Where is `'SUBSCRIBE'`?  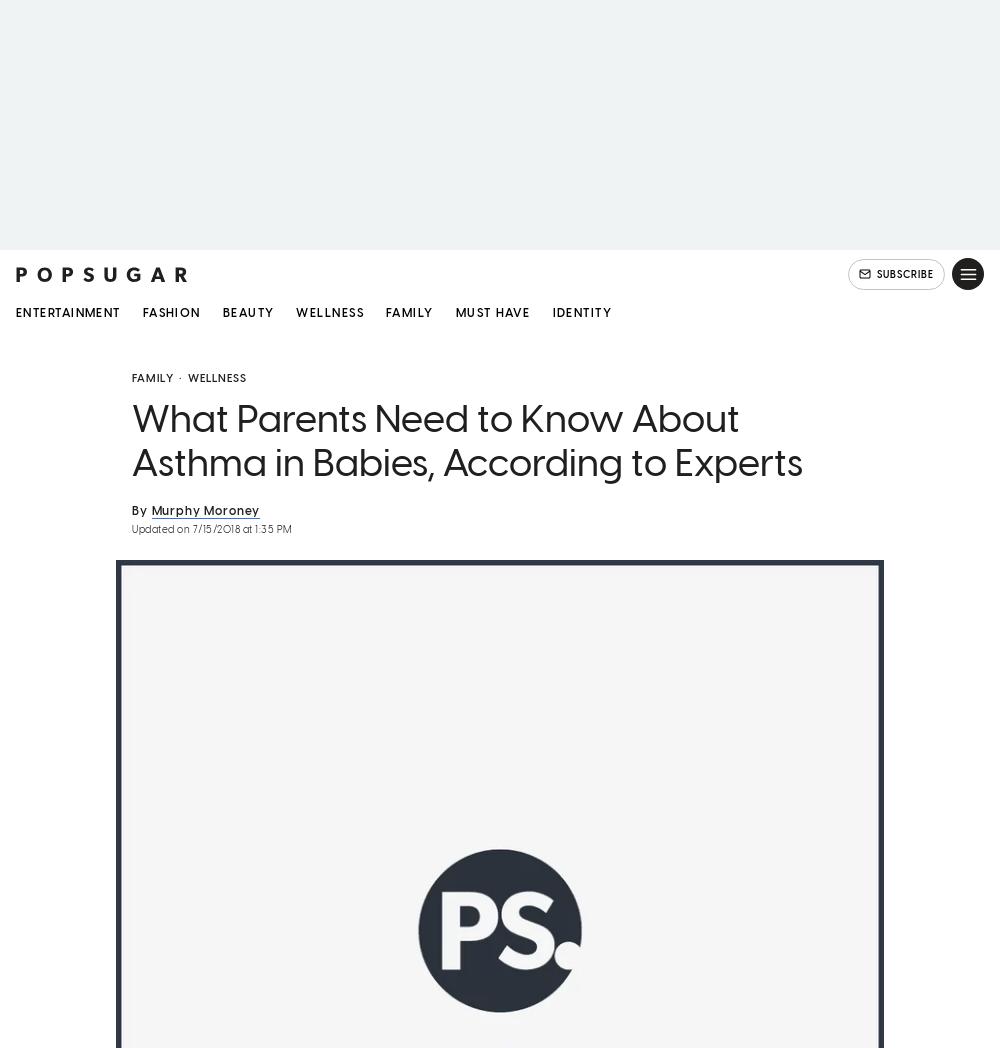
'SUBSCRIBE' is located at coordinates (905, 272).